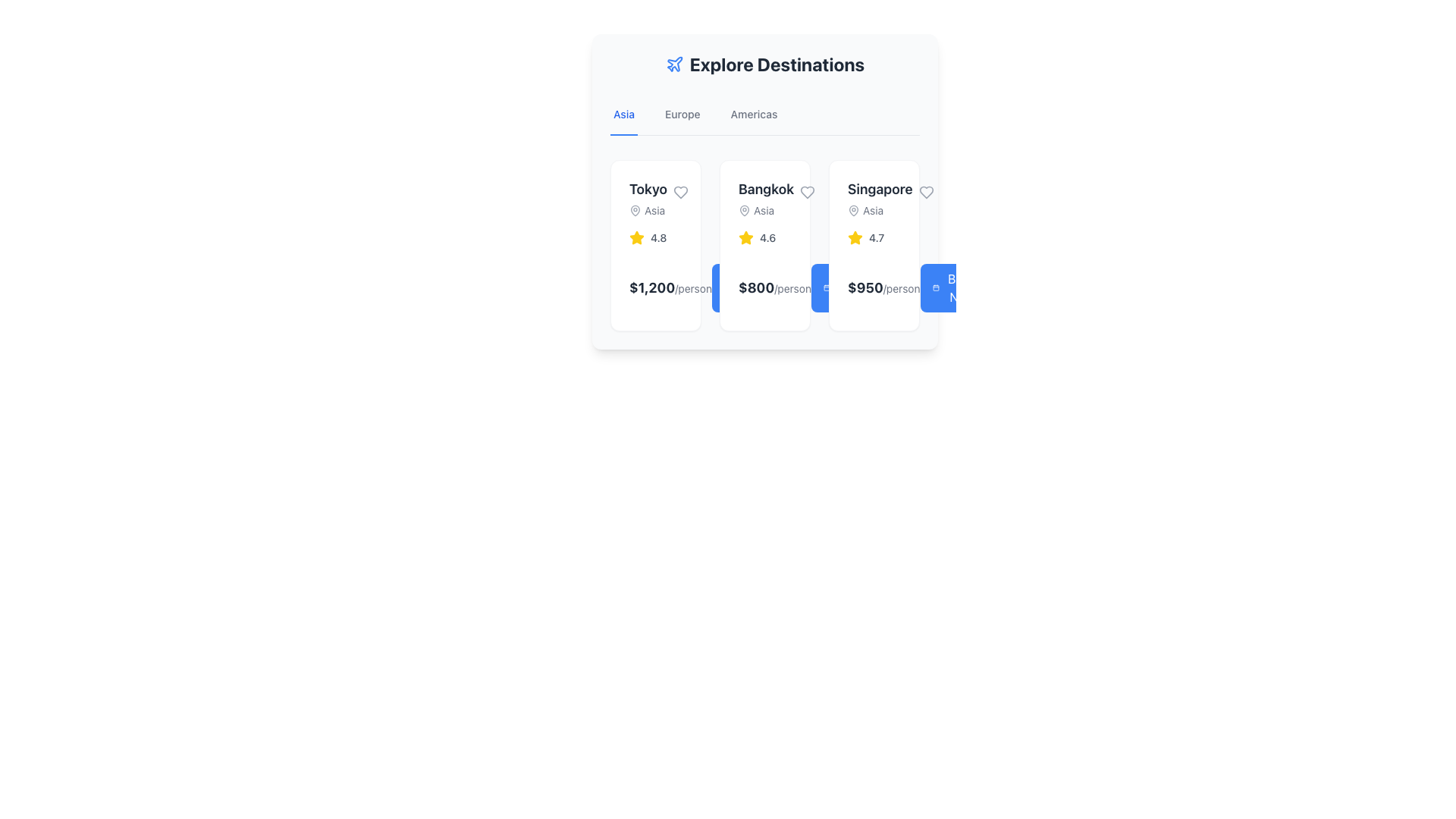  I want to click on the heart icon button in the top-right corner of the 'Bangkok' card to mark the destination as a favorite, so click(807, 192).